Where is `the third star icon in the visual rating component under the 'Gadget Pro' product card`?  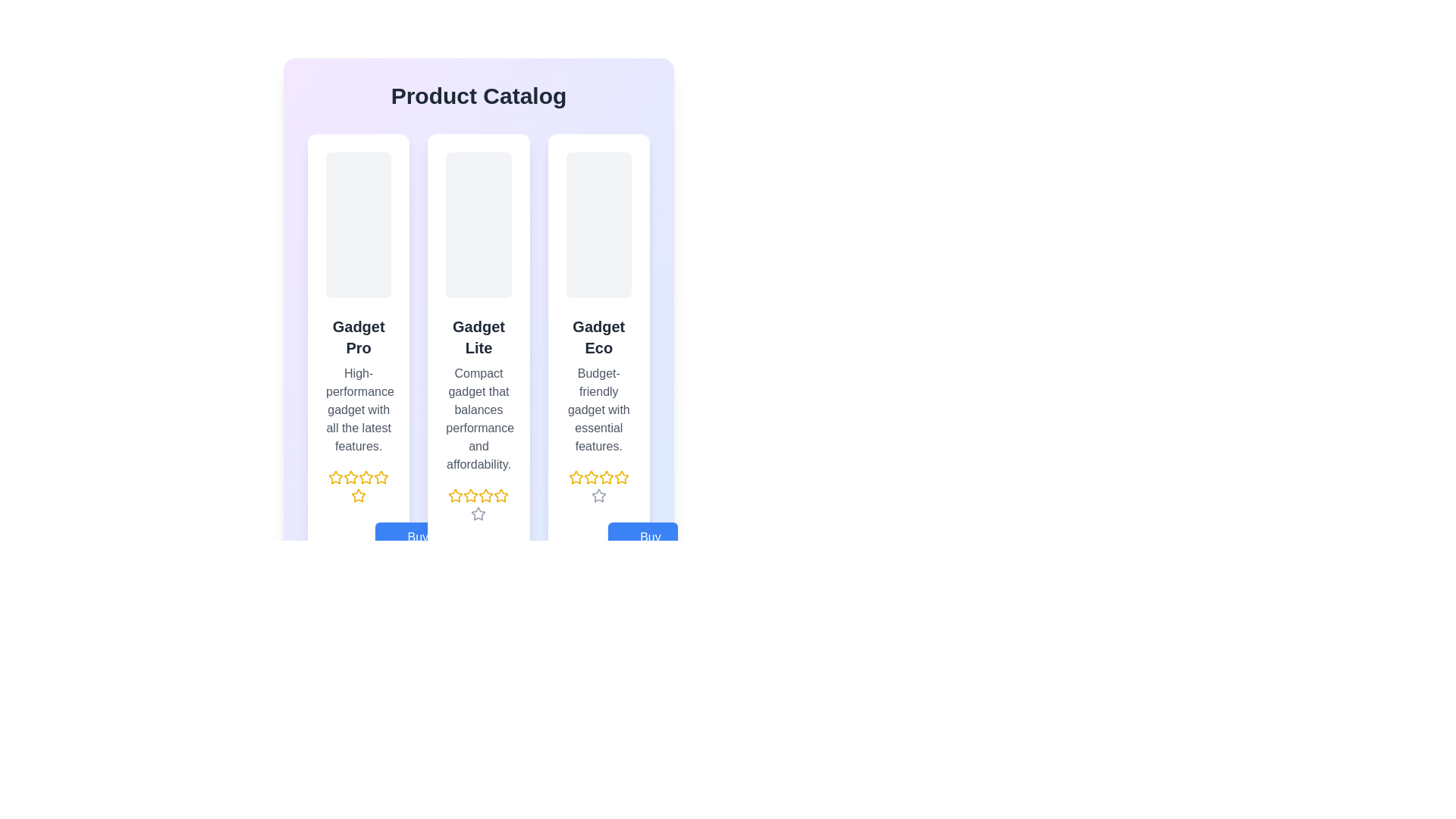
the third star icon in the visual rating component under the 'Gadget Pro' product card is located at coordinates (350, 476).